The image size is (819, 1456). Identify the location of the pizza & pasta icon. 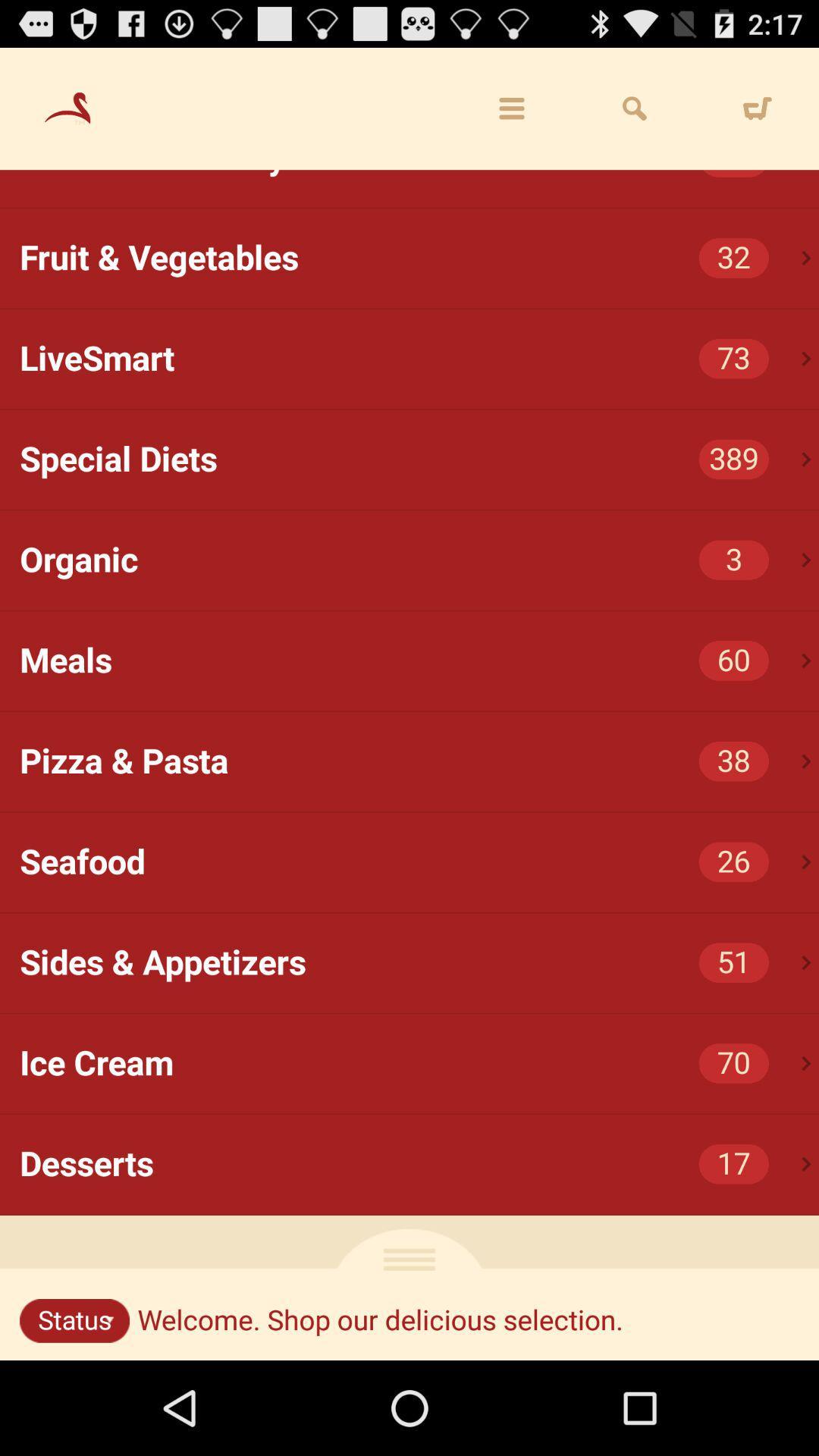
(419, 761).